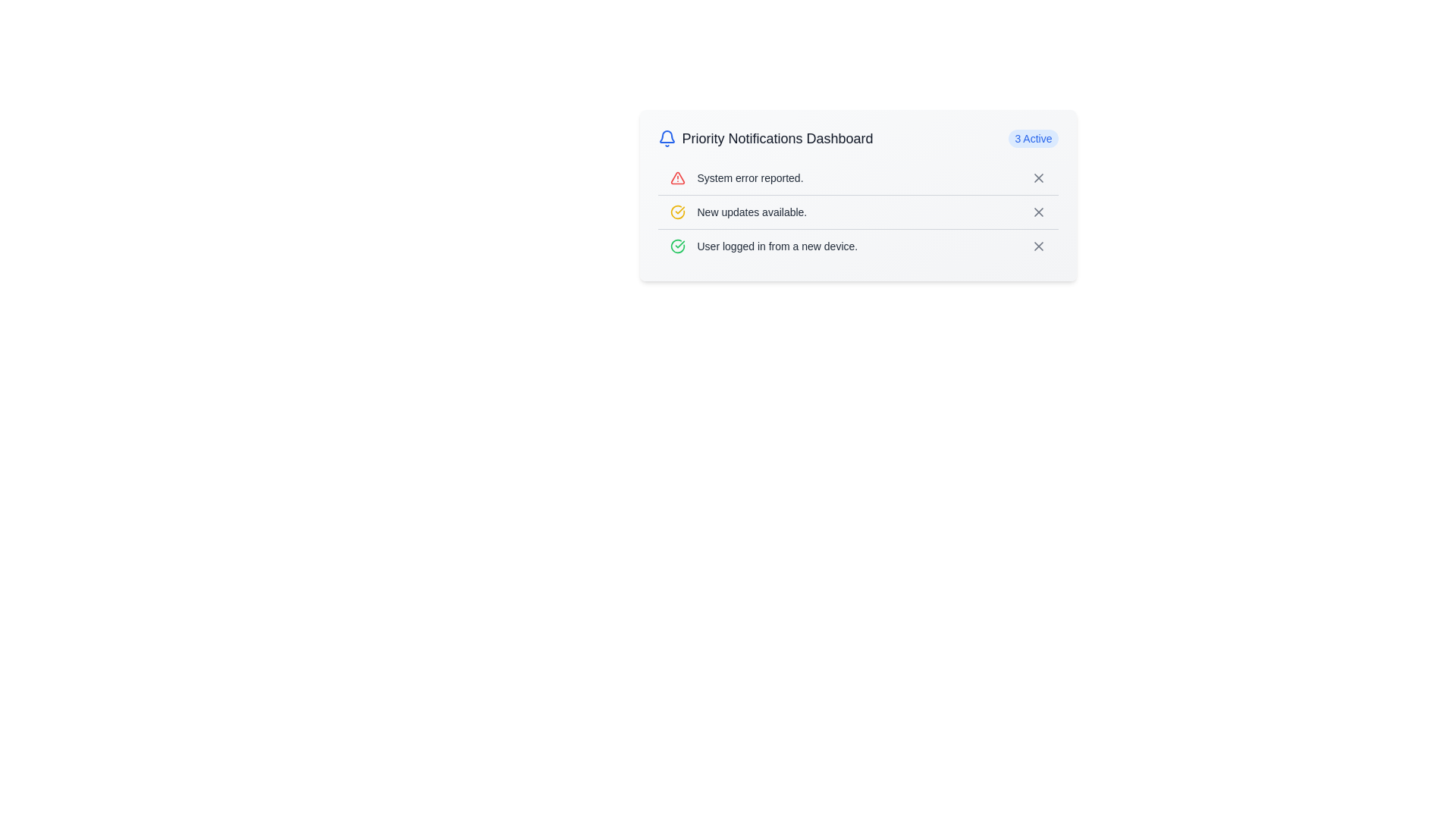 This screenshot has height=819, width=1456. I want to click on the close icon (grey 'X') in the notification stating 'User logged in from a new device' to change its color to red, indicating interactivity, so click(1037, 245).